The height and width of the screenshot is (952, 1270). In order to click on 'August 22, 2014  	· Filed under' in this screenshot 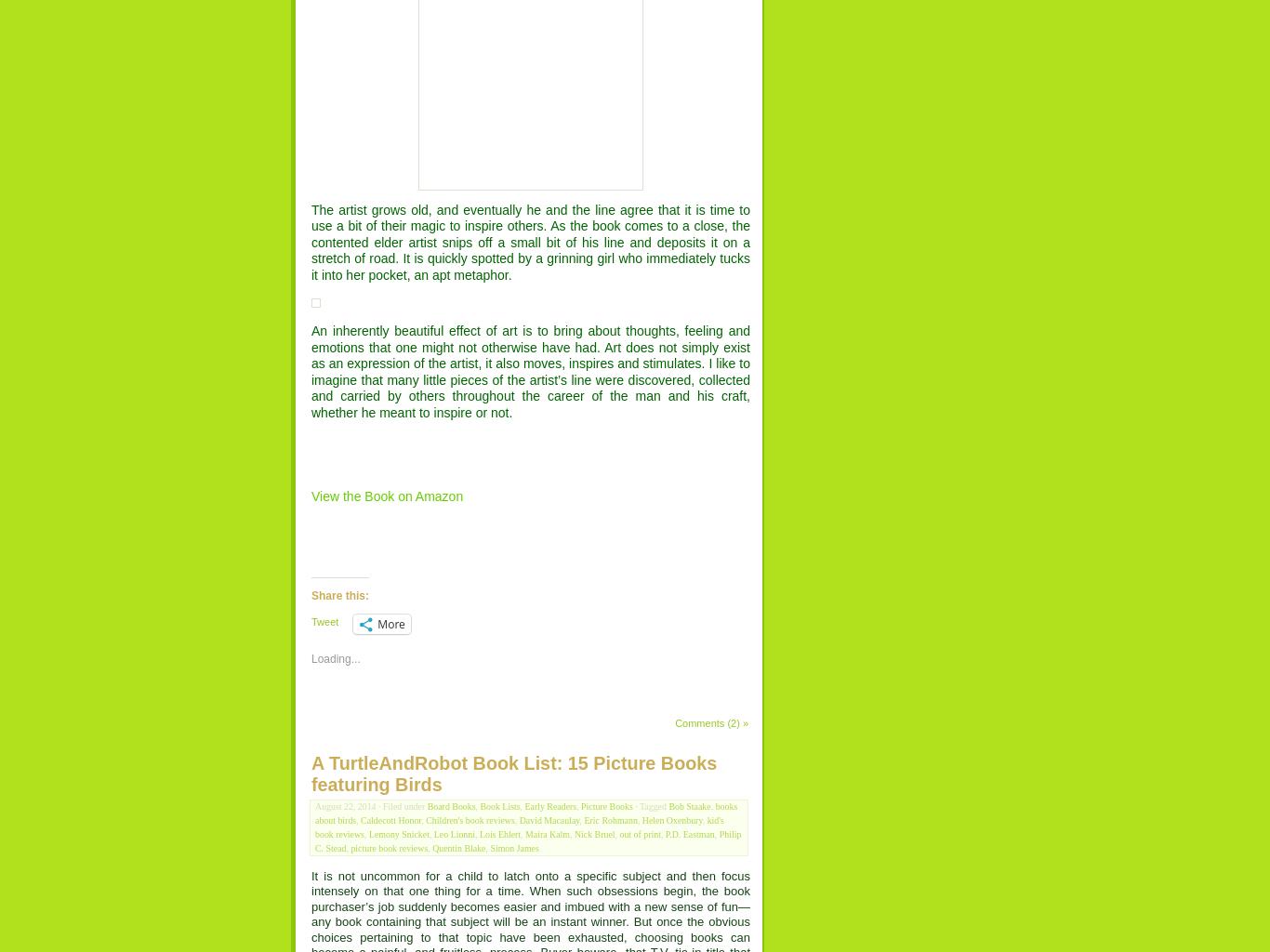, I will do `click(370, 806)`.